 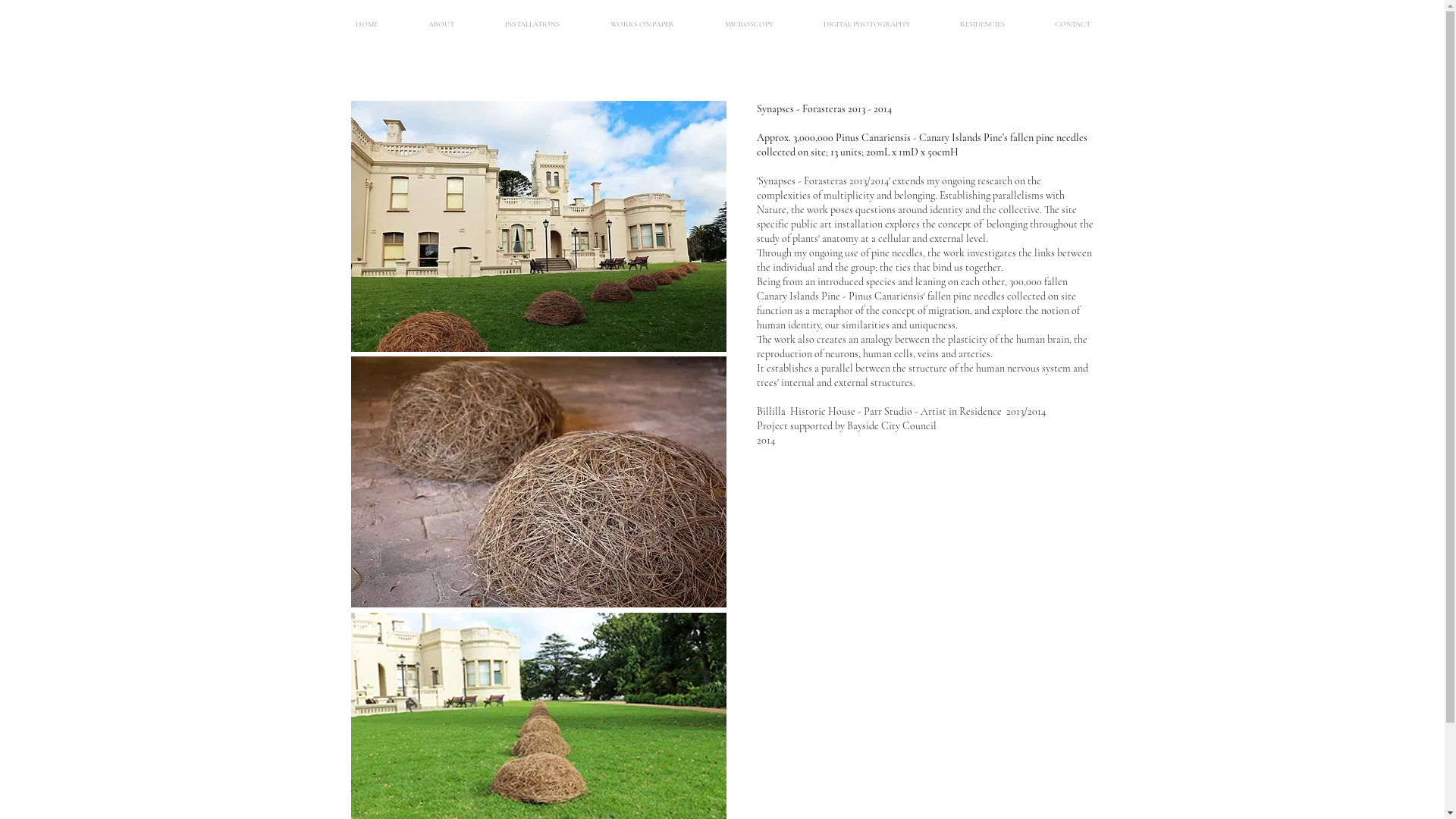 I want to click on 'HOME', so click(x=367, y=24).